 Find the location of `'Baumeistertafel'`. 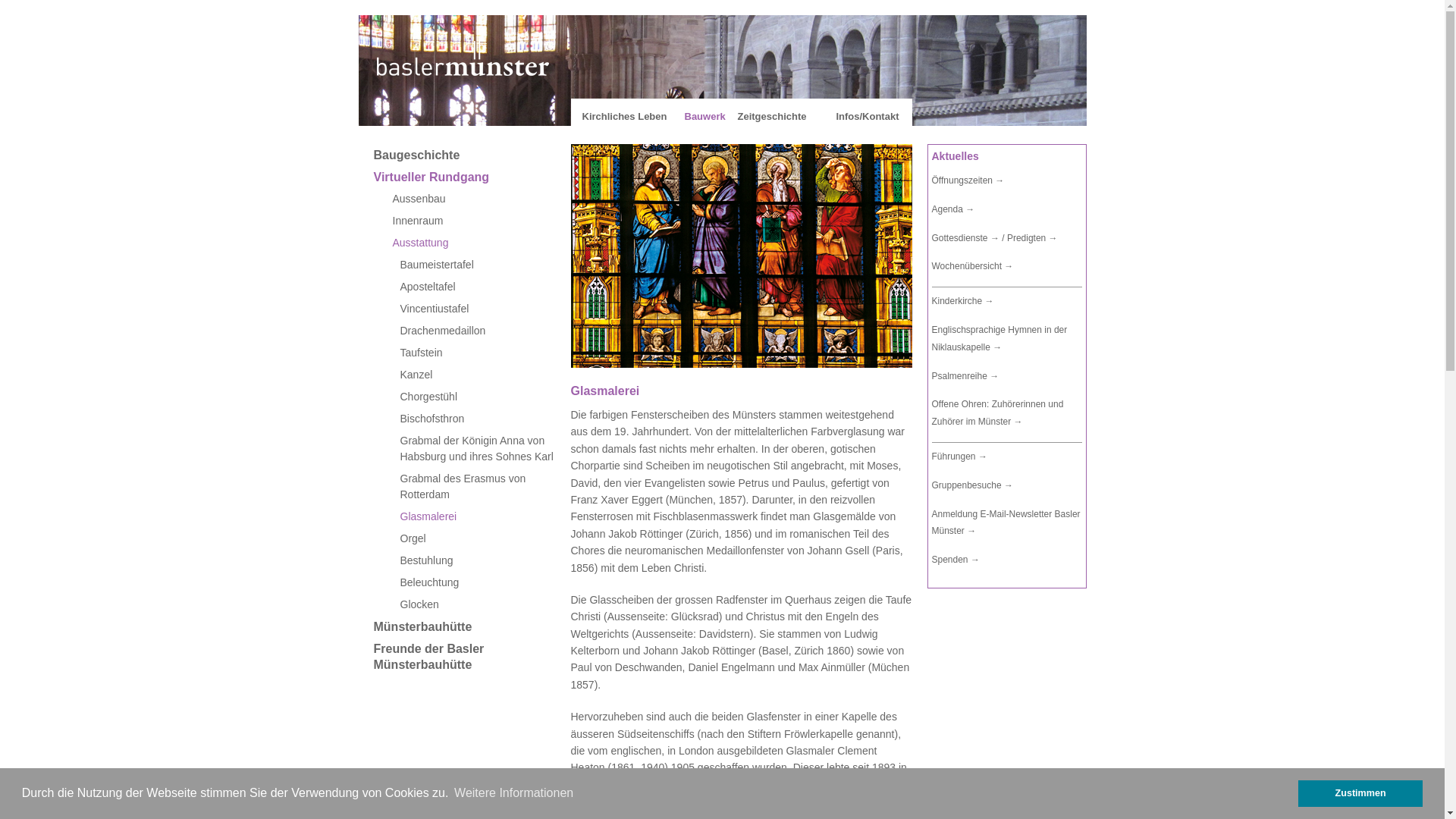

'Baumeistertafel' is located at coordinates (475, 264).